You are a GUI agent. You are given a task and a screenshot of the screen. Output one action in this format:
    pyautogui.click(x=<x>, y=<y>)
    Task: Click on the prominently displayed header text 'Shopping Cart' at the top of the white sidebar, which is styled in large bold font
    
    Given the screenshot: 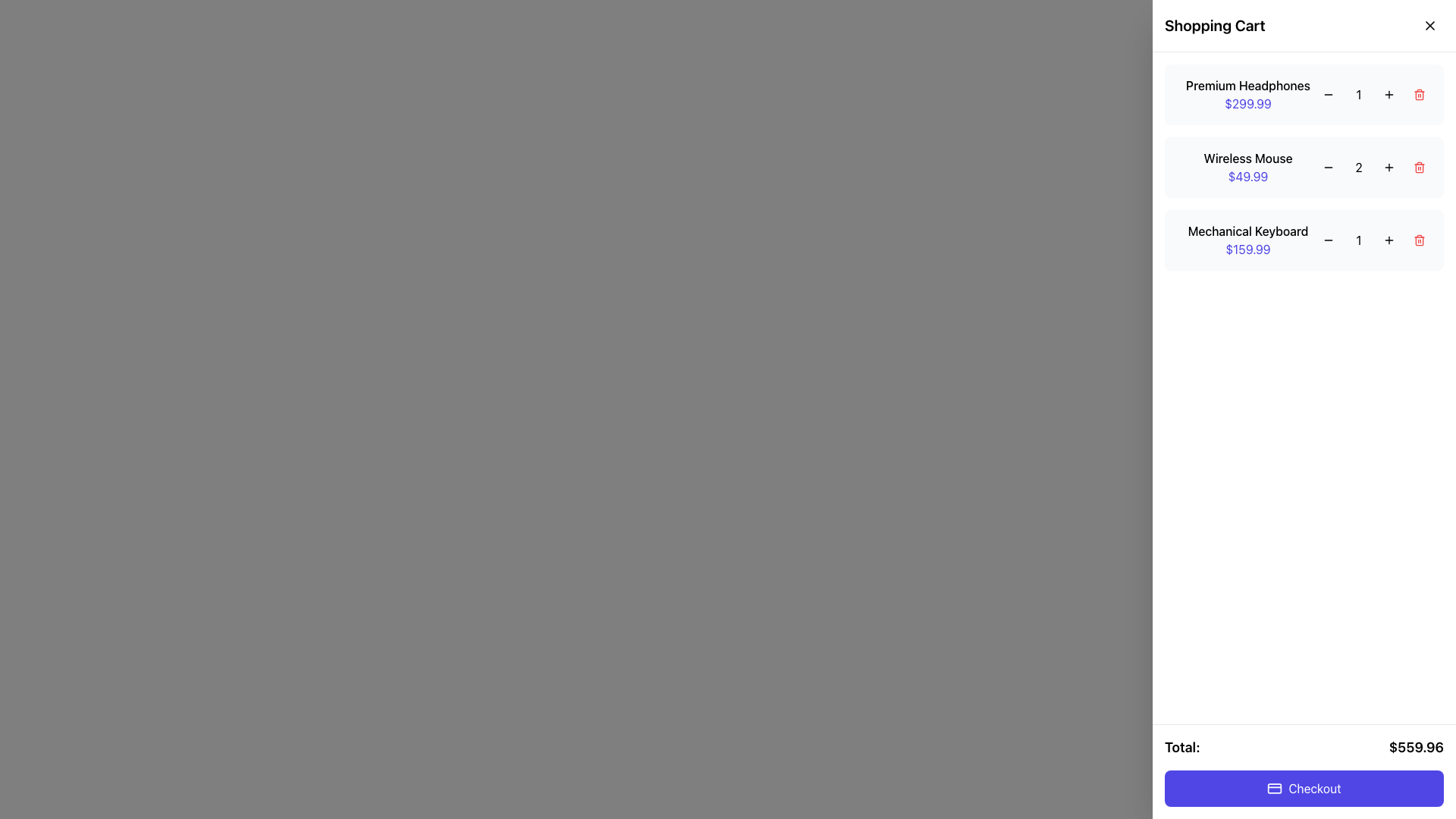 What is the action you would take?
    pyautogui.click(x=1215, y=26)
    